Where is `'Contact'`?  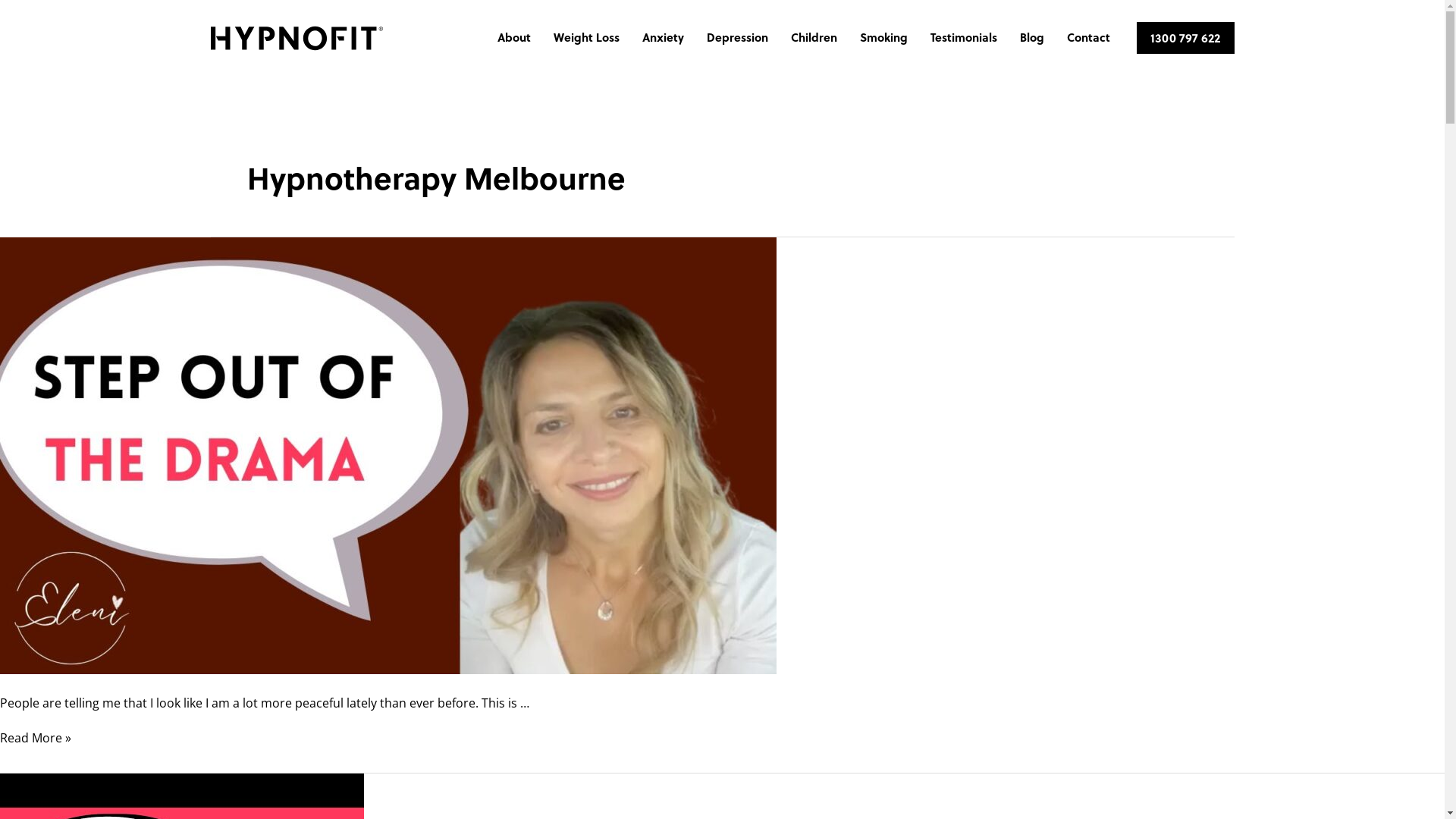
'Contact' is located at coordinates (1087, 37).